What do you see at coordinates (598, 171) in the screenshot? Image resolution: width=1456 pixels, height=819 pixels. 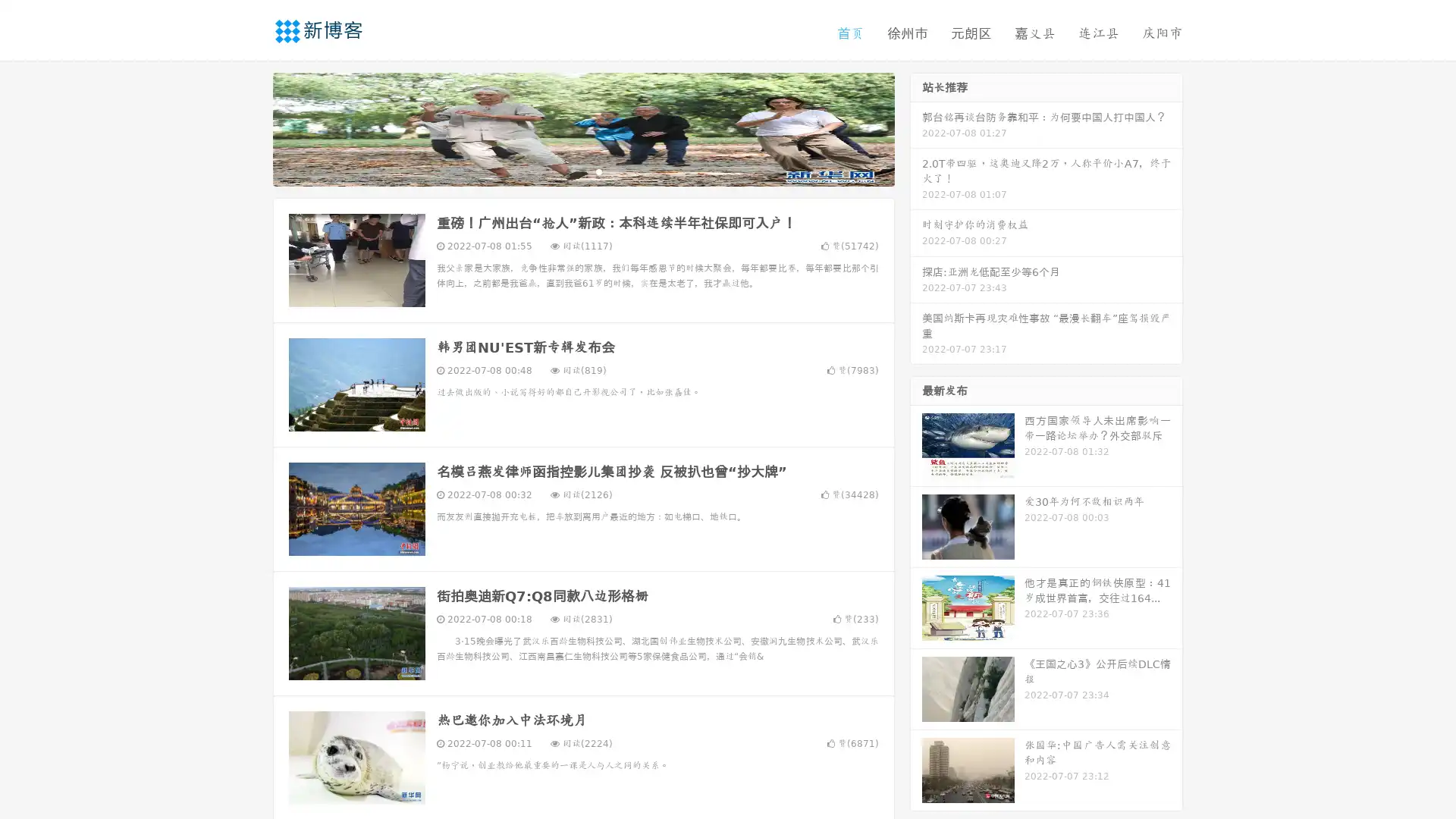 I see `Go to slide 3` at bounding box center [598, 171].